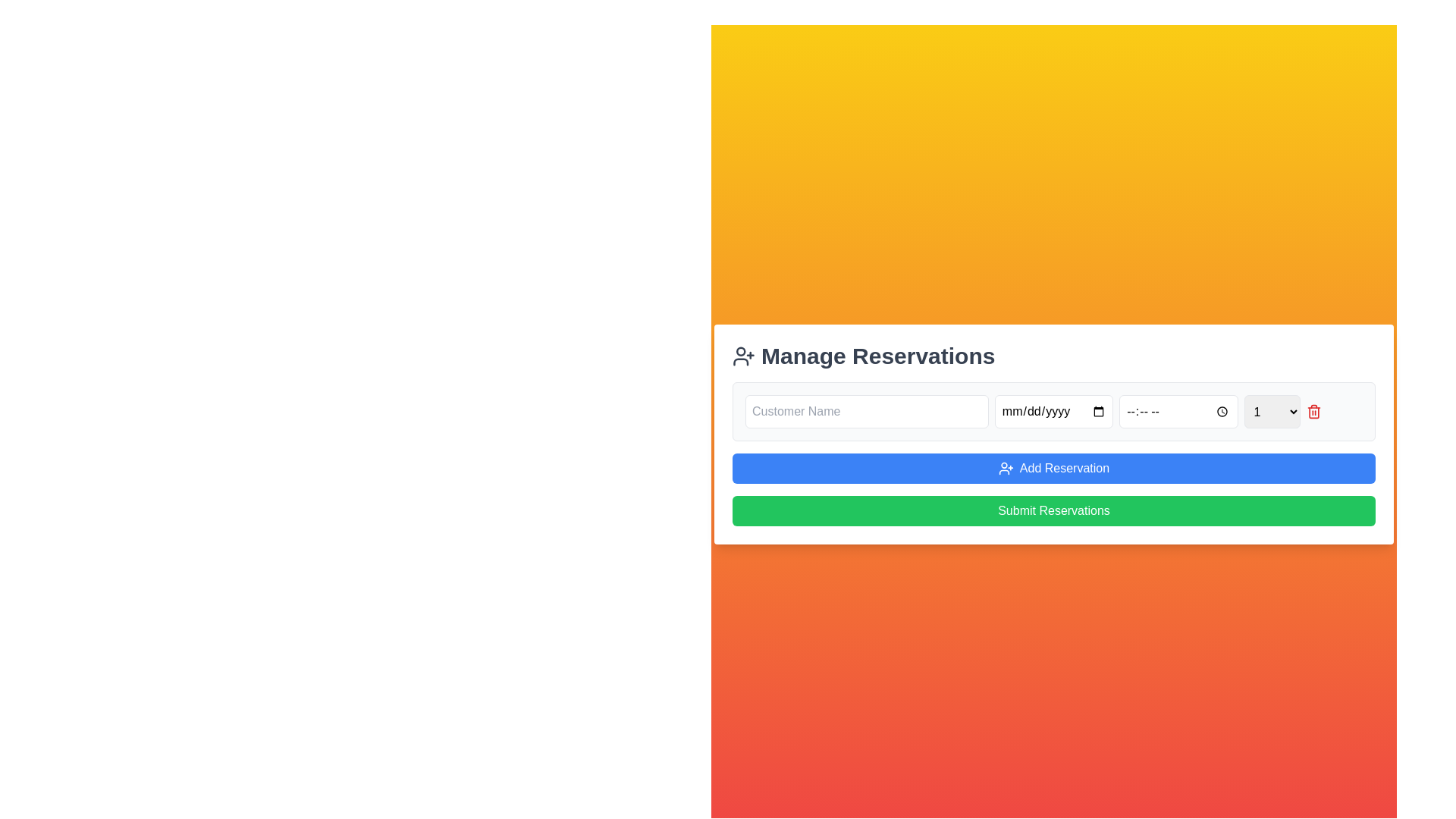  I want to click on the small circular SVG element representing the user's head within the user icon on the left side of the 'Manage Reservations' header, so click(741, 351).